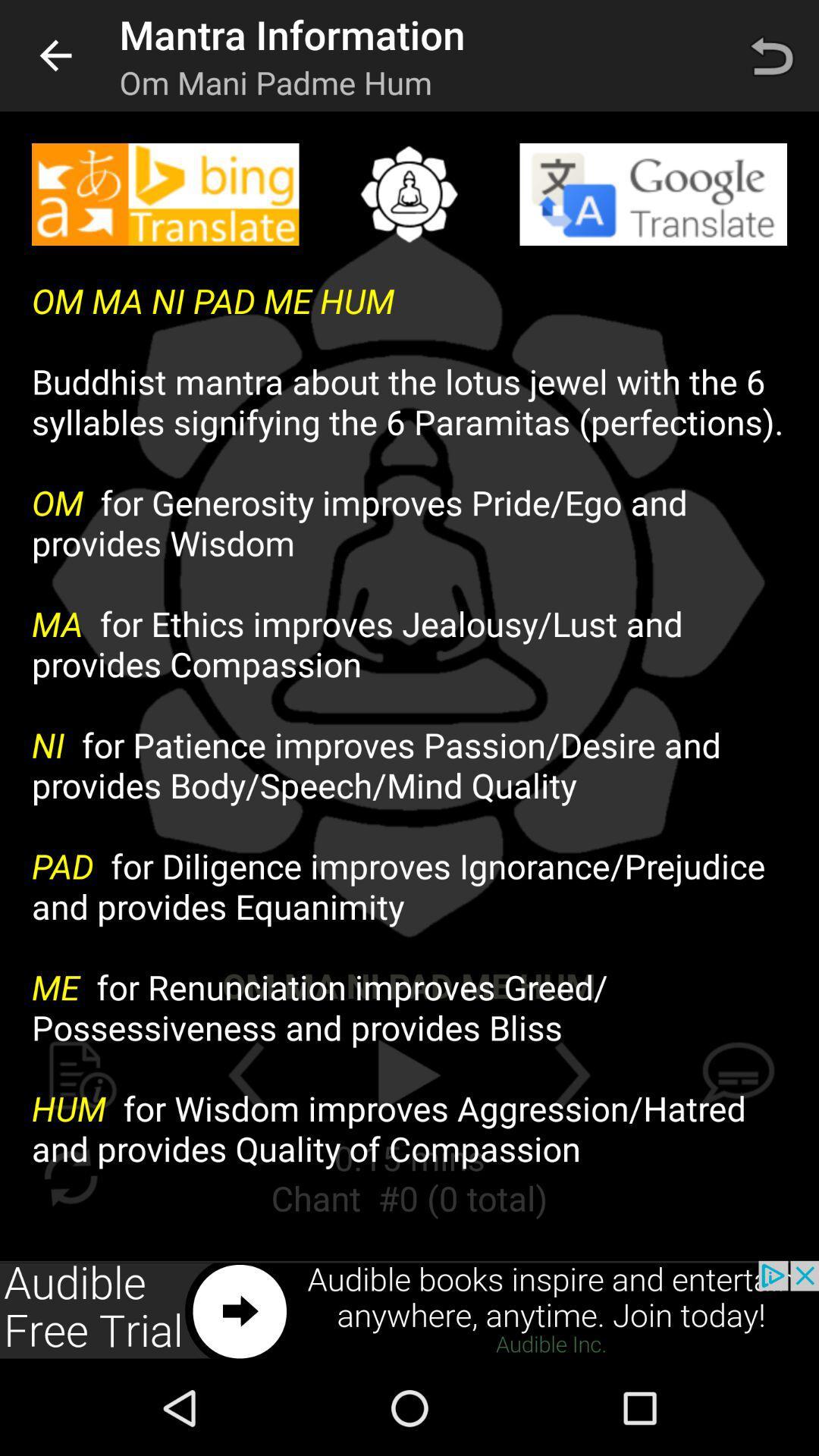 The height and width of the screenshot is (1456, 819). What do you see at coordinates (573, 1075) in the screenshot?
I see `the arrow_forward icon` at bounding box center [573, 1075].